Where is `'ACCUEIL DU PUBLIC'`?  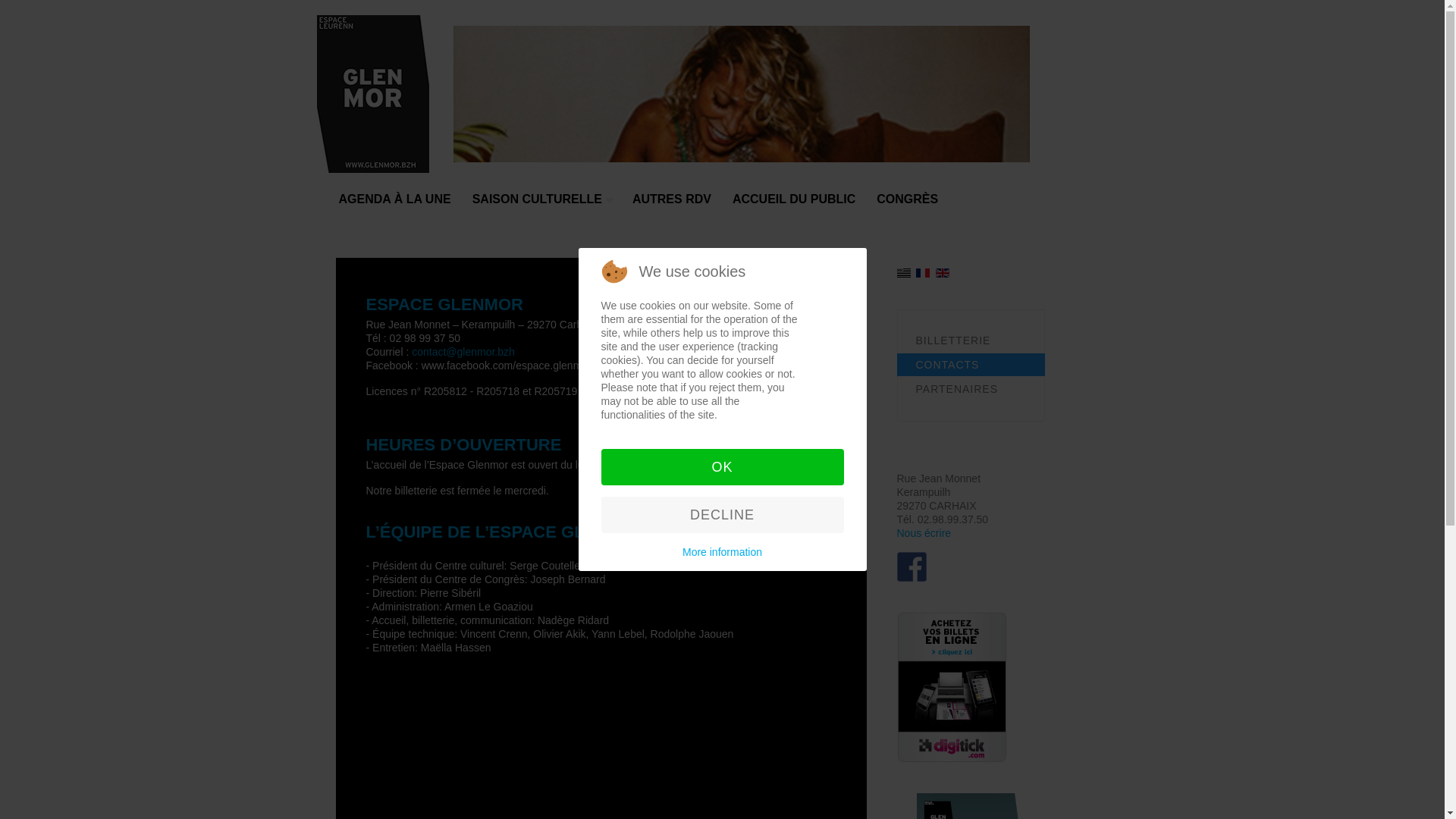 'ACCUEIL DU PUBLIC' is located at coordinates (732, 205).